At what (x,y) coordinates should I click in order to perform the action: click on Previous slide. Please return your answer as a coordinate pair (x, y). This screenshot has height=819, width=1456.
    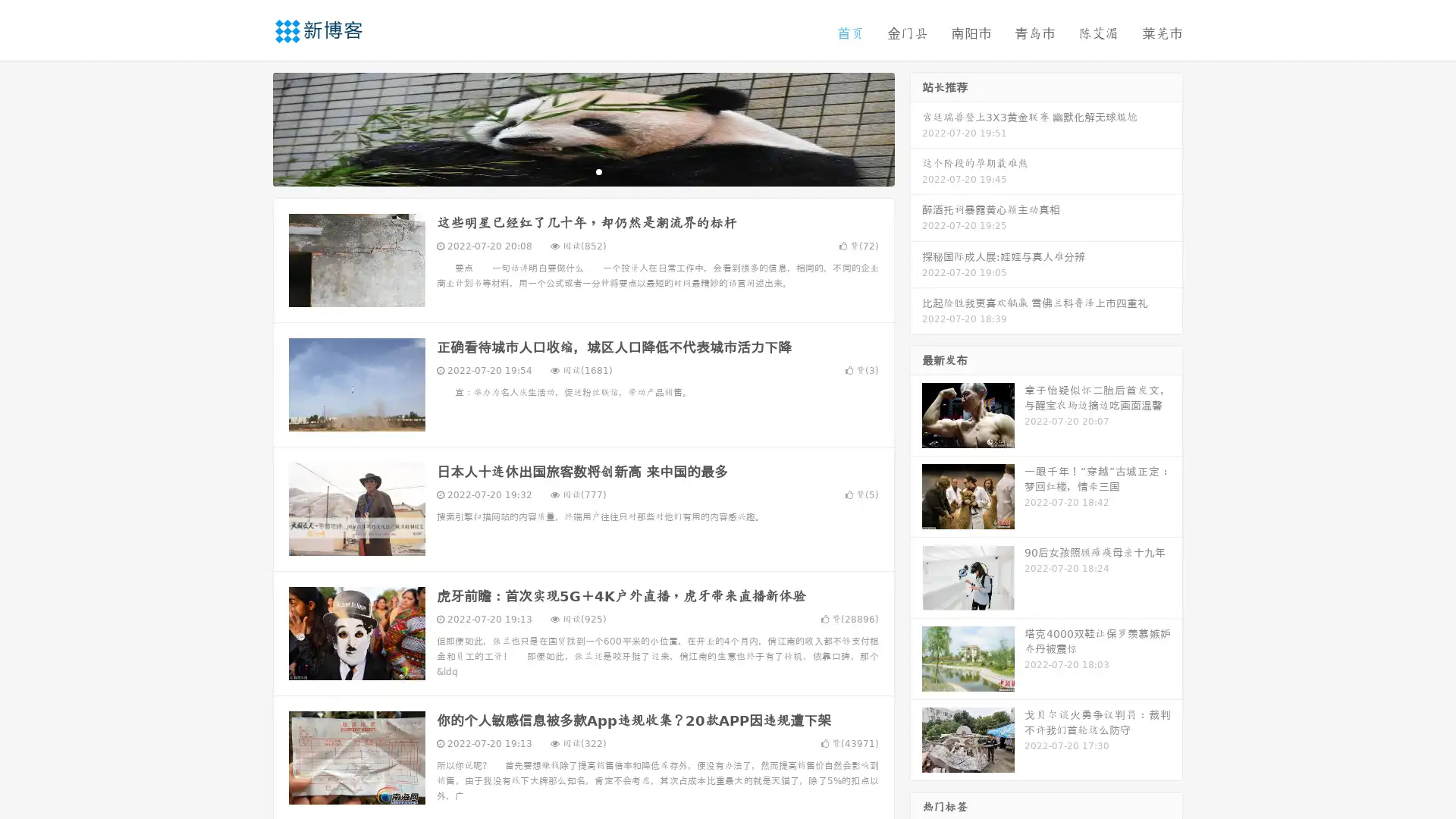
    Looking at the image, I should click on (250, 127).